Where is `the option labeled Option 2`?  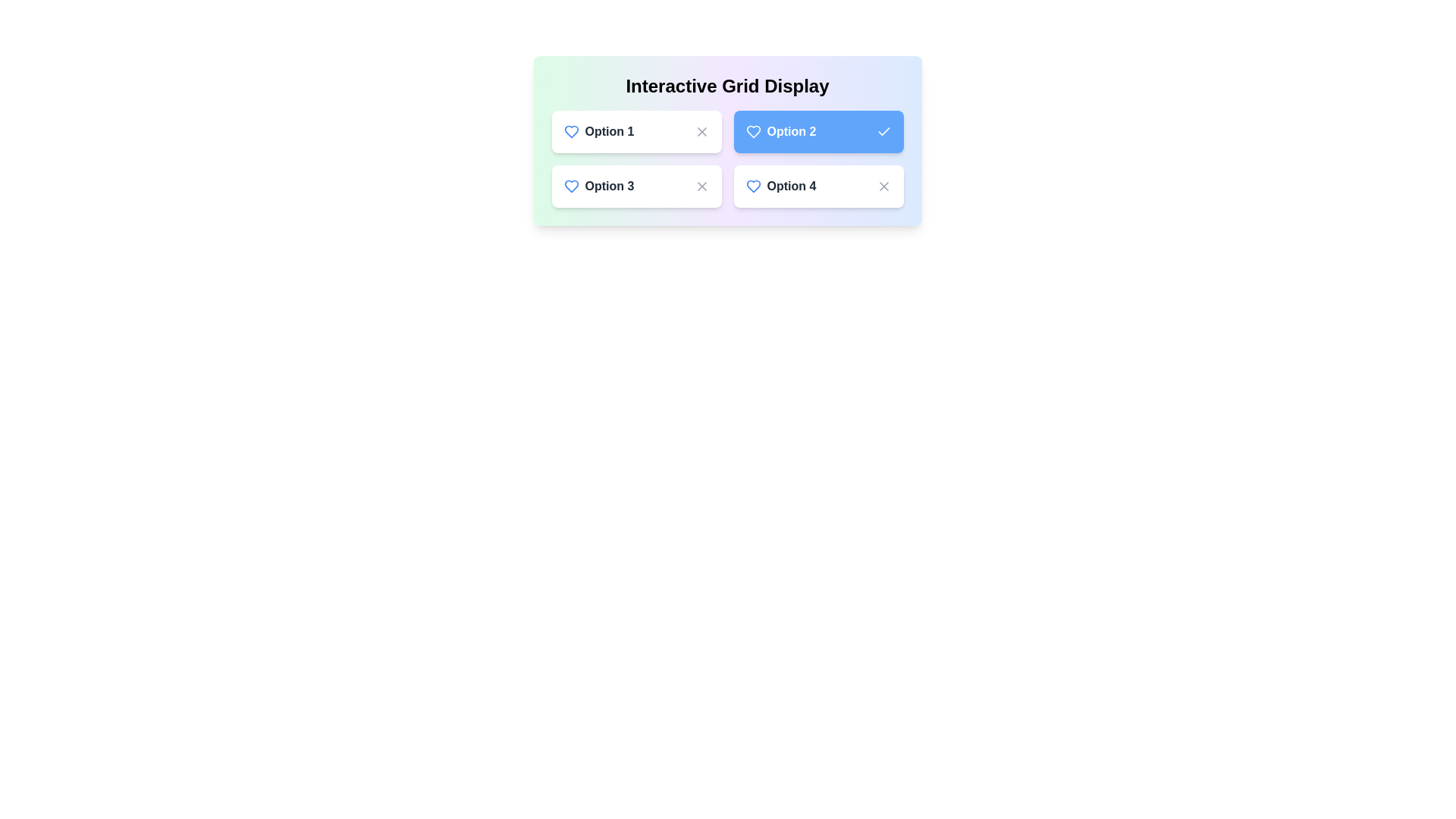 the option labeled Option 2 is located at coordinates (817, 130).